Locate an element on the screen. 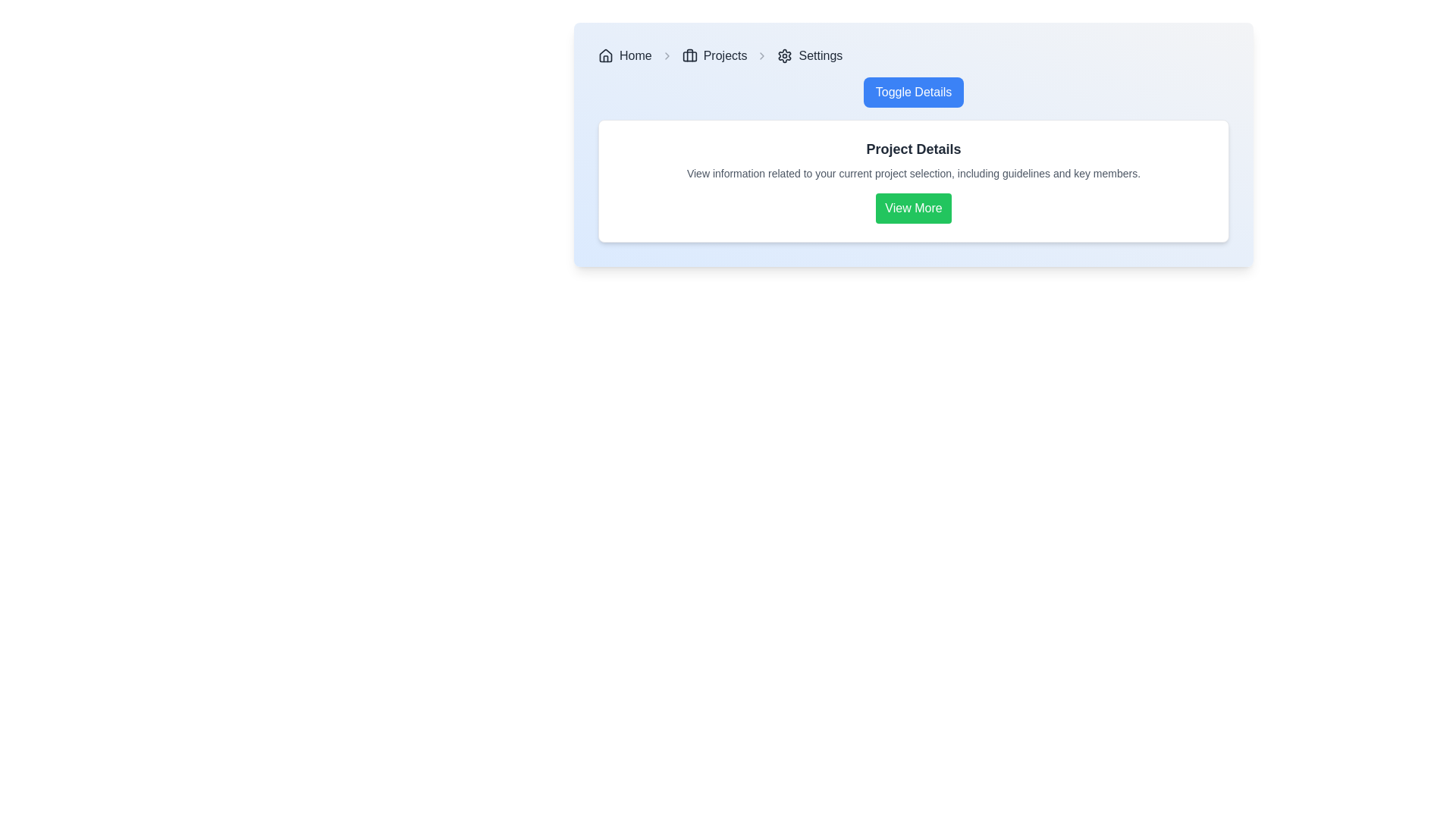  the 'Home' hyperlink text with icon in the navigation bar is located at coordinates (625, 55).